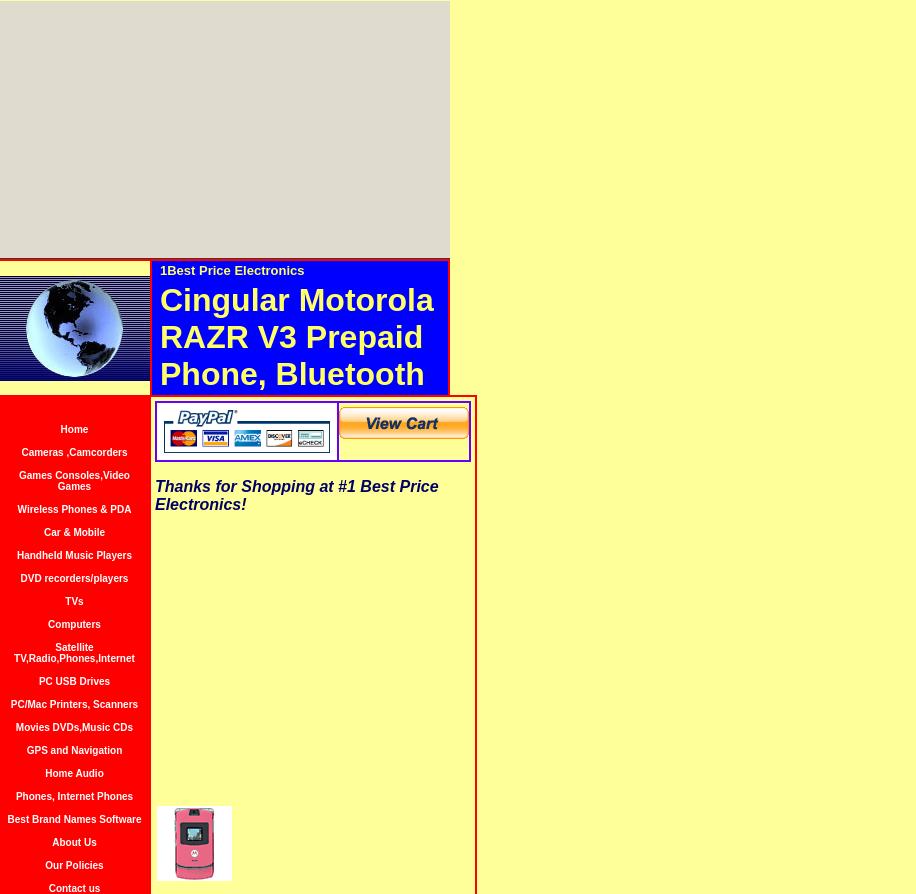 Image resolution: width=916 pixels, height=894 pixels. I want to click on 'Cingular Motorola RAZR V3 Prepaid Phone, Bluetooth', so click(295, 336).